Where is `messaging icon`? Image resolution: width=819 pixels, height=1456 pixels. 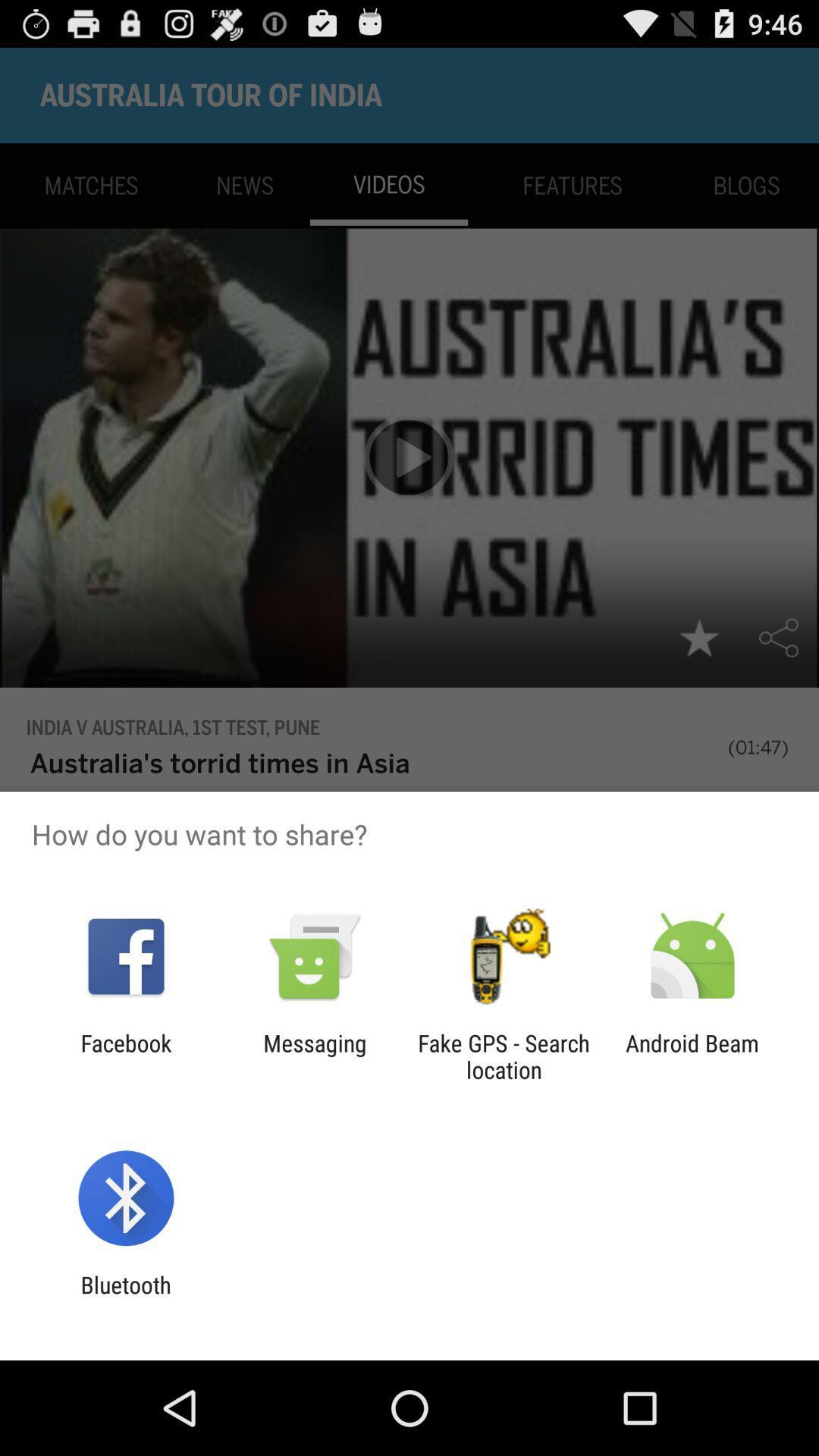
messaging icon is located at coordinates (314, 1056).